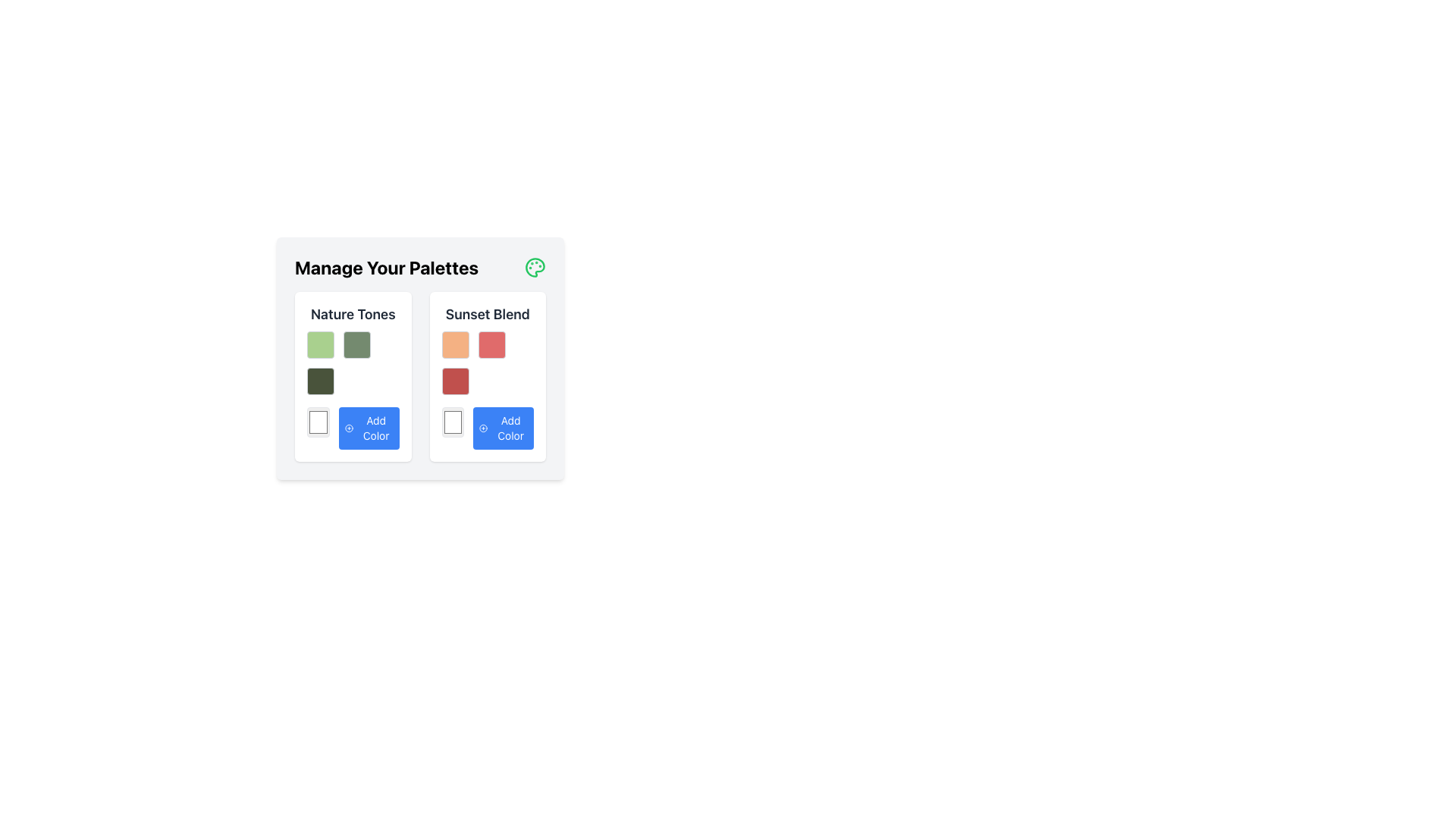  Describe the element at coordinates (535, 267) in the screenshot. I see `the green painter's palette icon located in the upper right corner of the 'Manage Your Palettes' section` at that location.